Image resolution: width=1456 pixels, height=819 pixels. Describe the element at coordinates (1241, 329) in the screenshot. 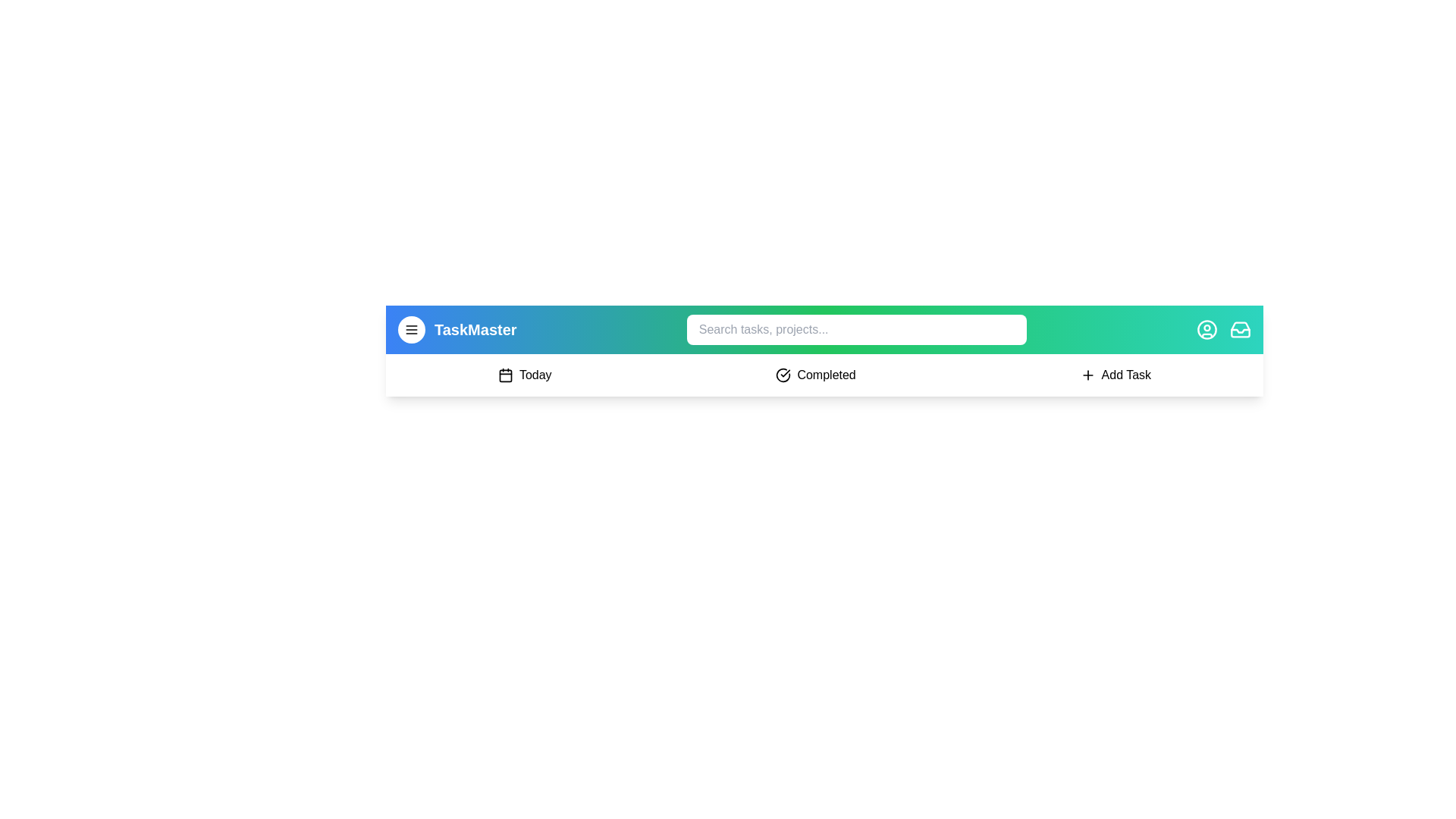

I see `the inbox icon to access the inbox` at that location.